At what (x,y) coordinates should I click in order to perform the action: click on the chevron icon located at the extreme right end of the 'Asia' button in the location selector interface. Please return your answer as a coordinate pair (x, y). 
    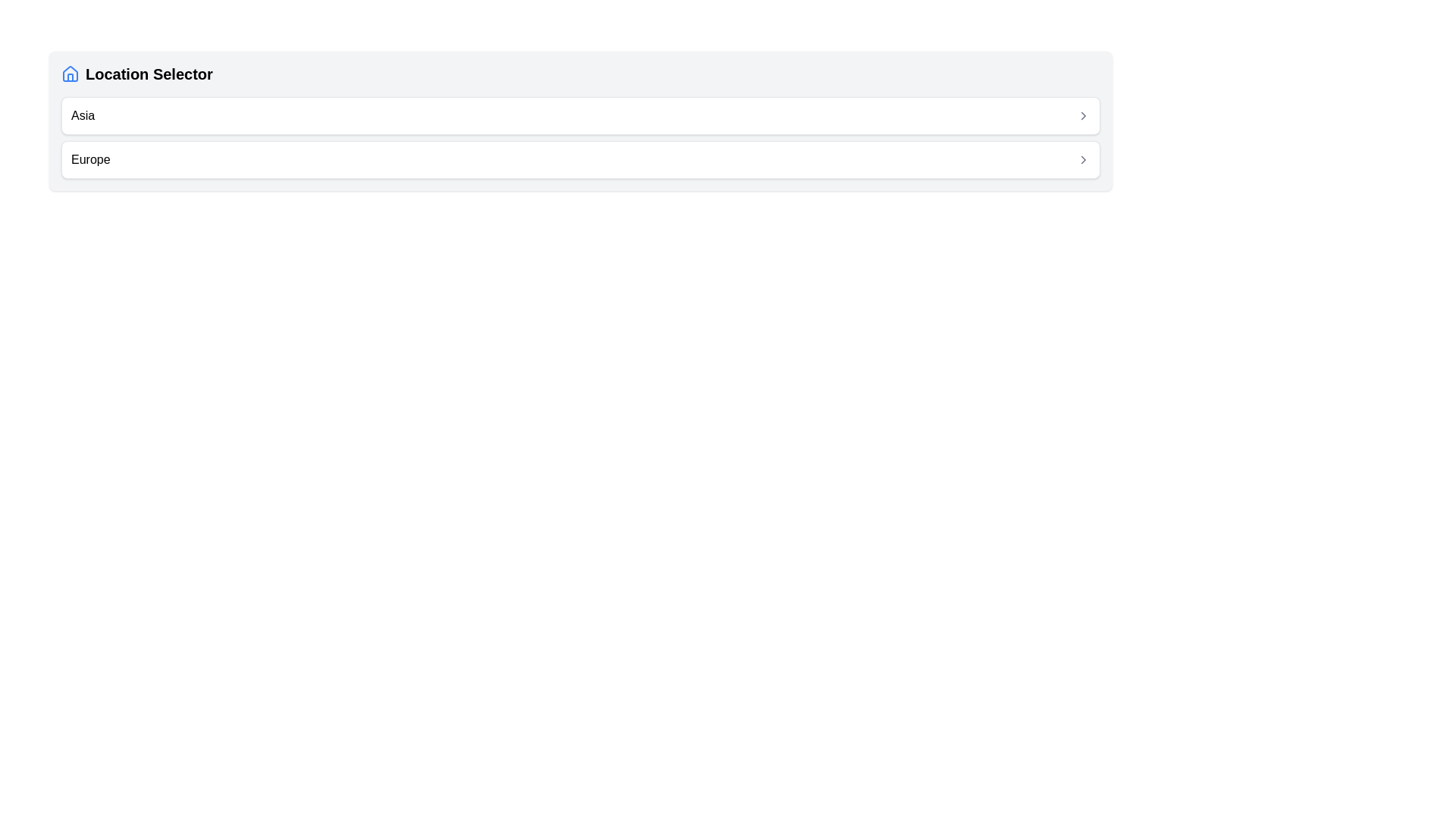
    Looking at the image, I should click on (1083, 115).